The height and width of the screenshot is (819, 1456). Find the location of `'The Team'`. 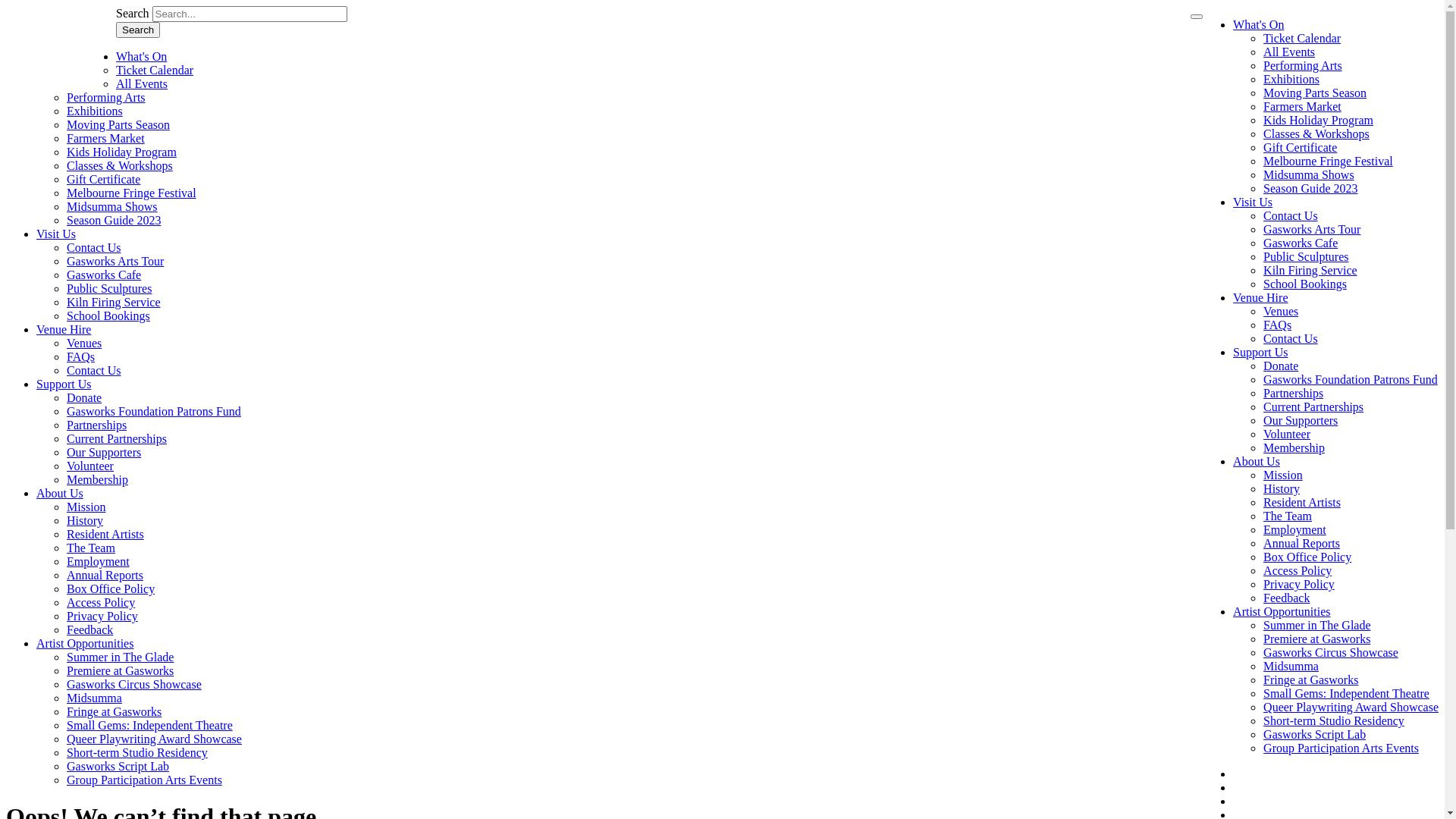

'The Team' is located at coordinates (90, 548).